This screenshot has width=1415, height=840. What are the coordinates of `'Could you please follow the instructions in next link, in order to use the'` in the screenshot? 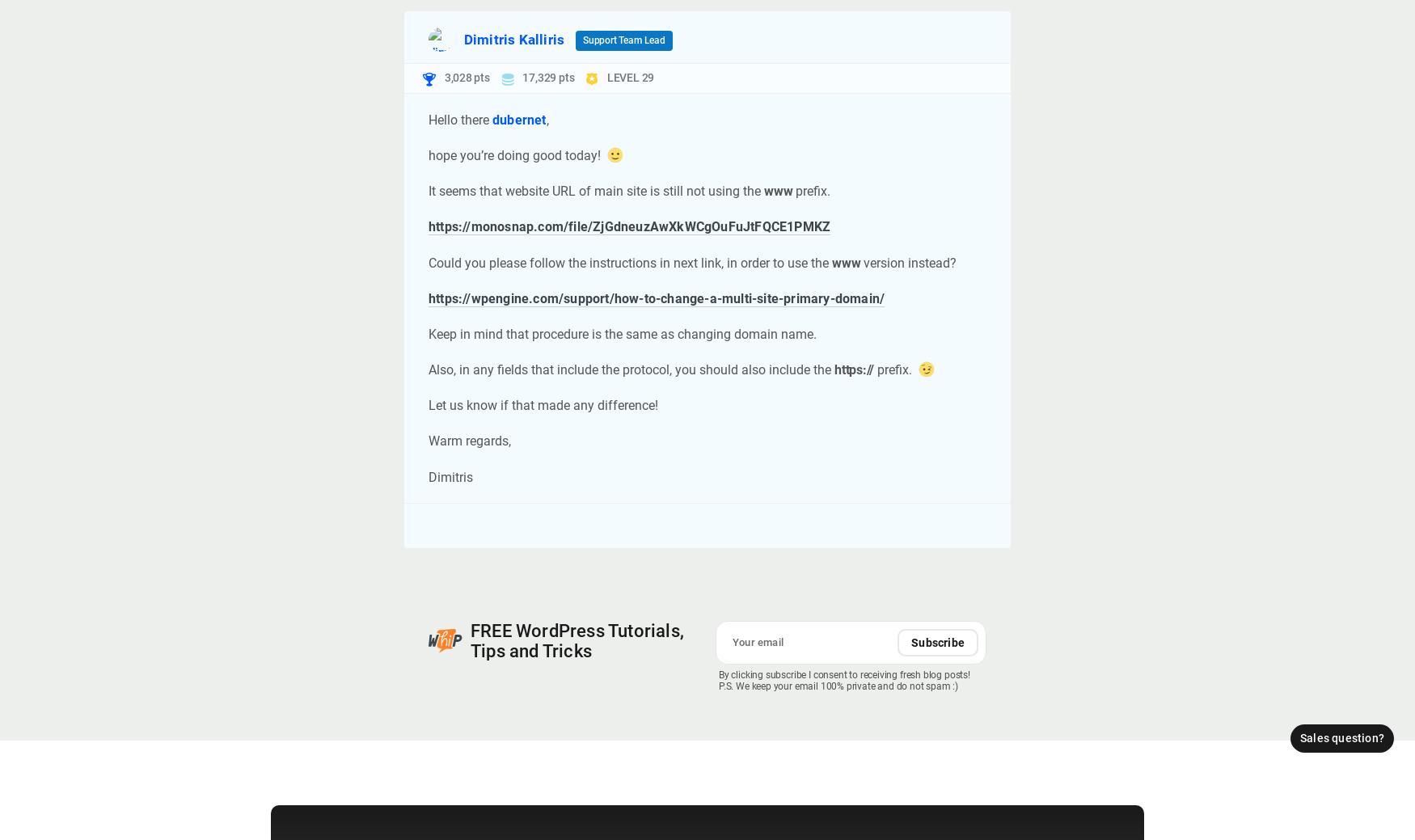 It's located at (629, 262).